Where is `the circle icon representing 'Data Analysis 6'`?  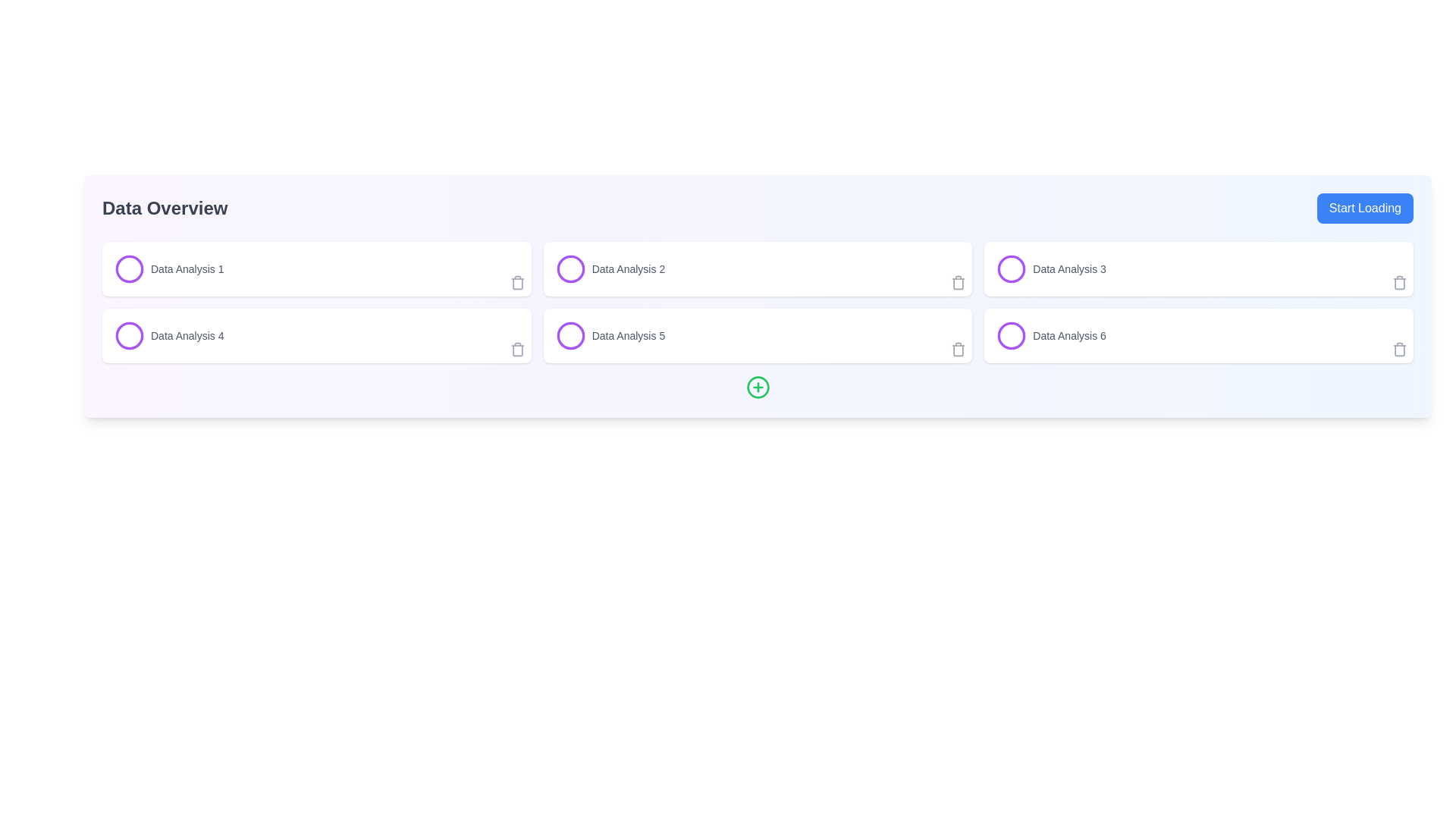
the circle icon representing 'Data Analysis 6' is located at coordinates (1012, 335).